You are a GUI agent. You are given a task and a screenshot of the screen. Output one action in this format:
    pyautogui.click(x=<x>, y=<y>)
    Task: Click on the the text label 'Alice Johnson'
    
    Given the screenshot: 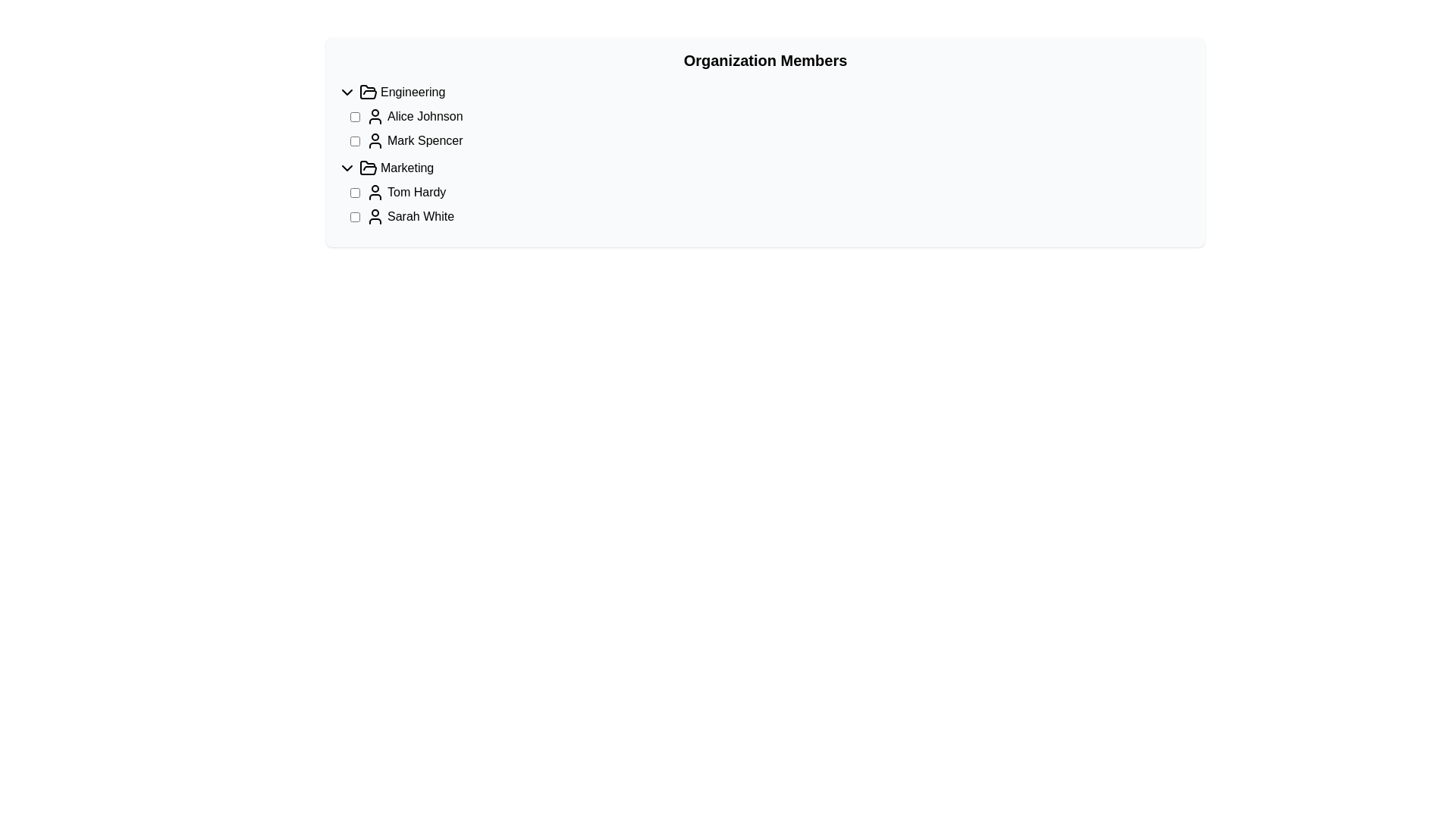 What is the action you would take?
    pyautogui.click(x=425, y=116)
    